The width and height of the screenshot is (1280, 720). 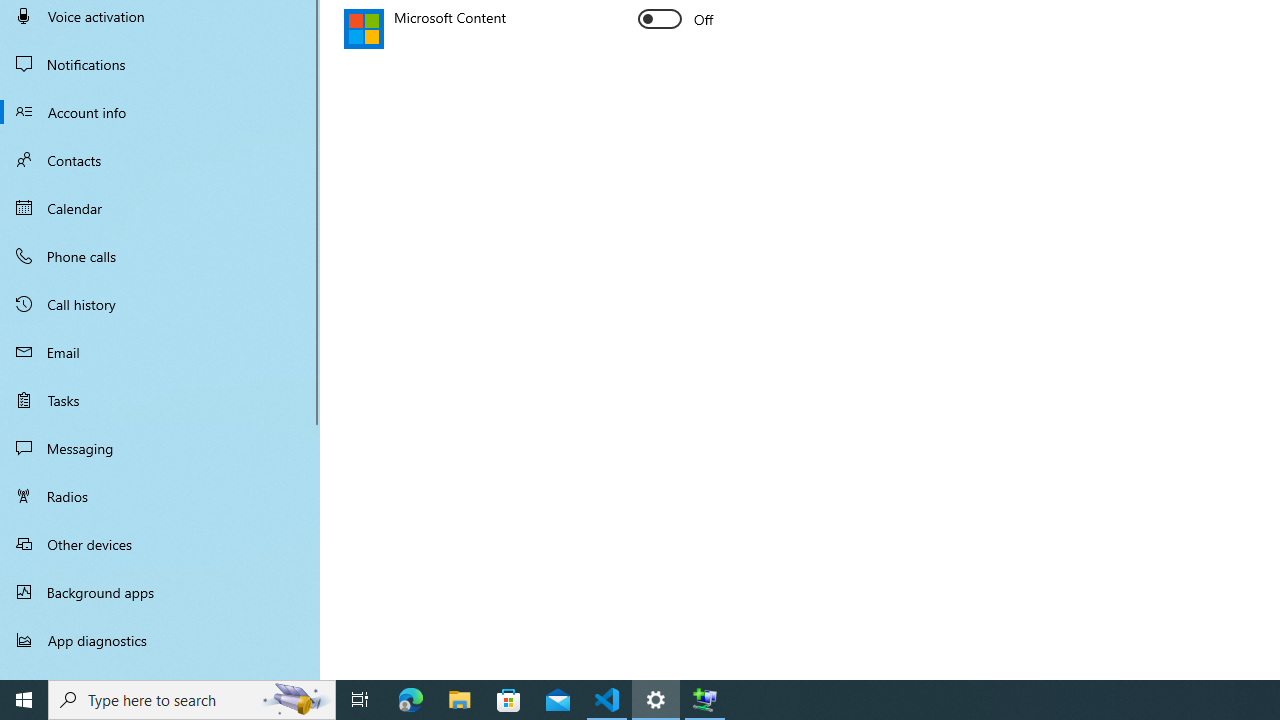 I want to click on 'Account info', so click(x=160, y=111).